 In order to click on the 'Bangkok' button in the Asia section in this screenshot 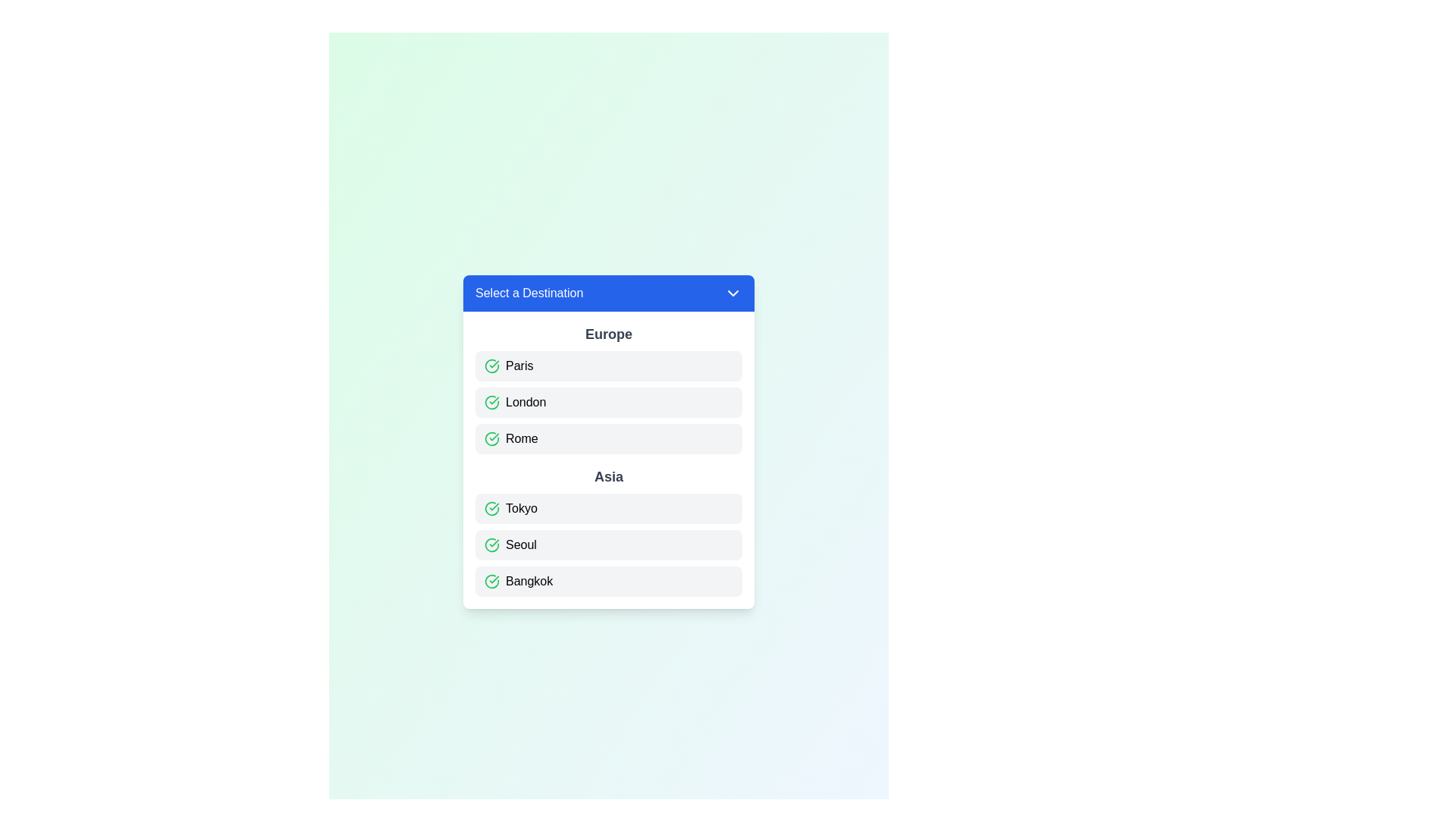, I will do `click(608, 581)`.